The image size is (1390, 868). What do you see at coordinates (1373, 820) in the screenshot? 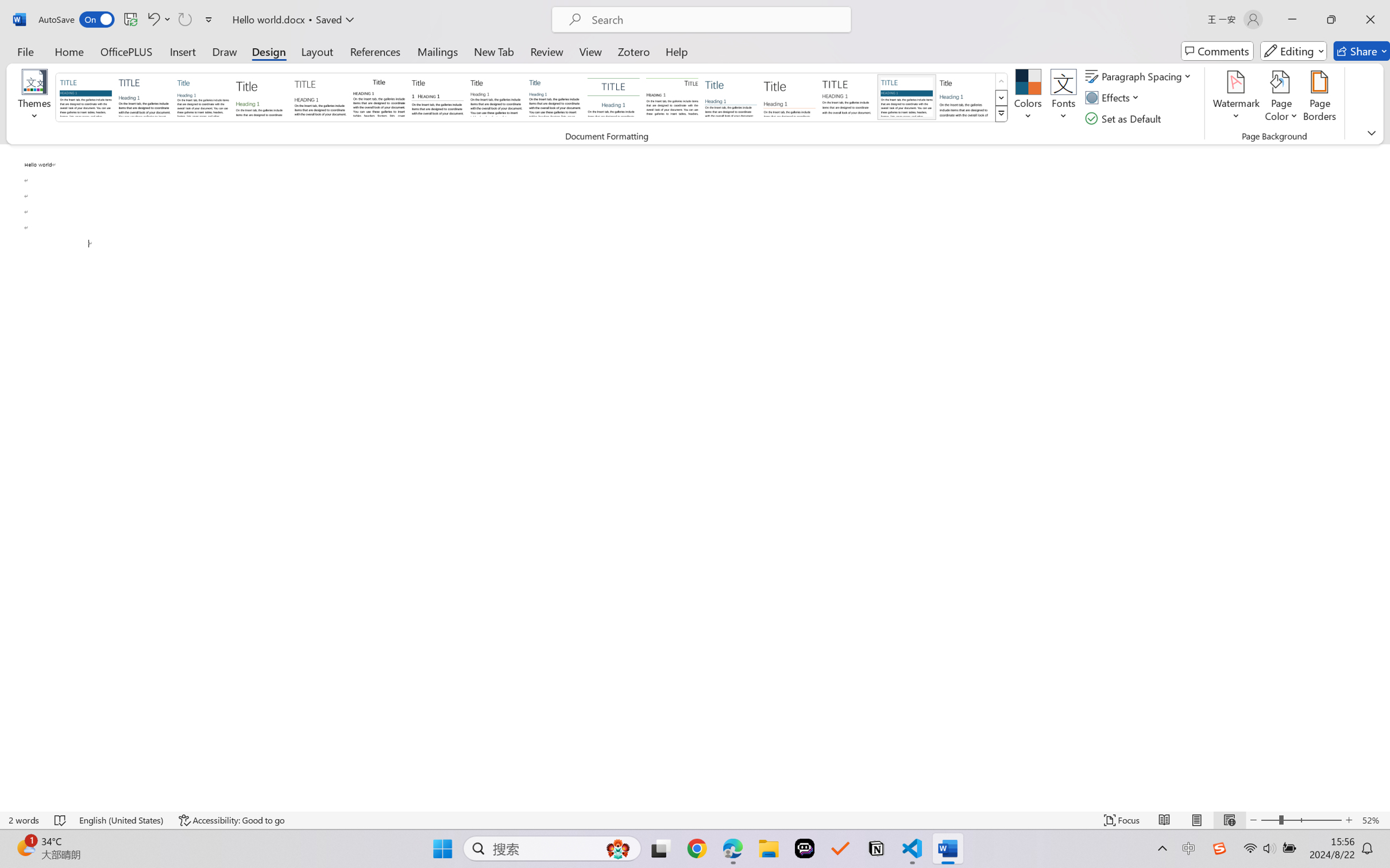
I see `'Zoom 52%'` at bounding box center [1373, 820].